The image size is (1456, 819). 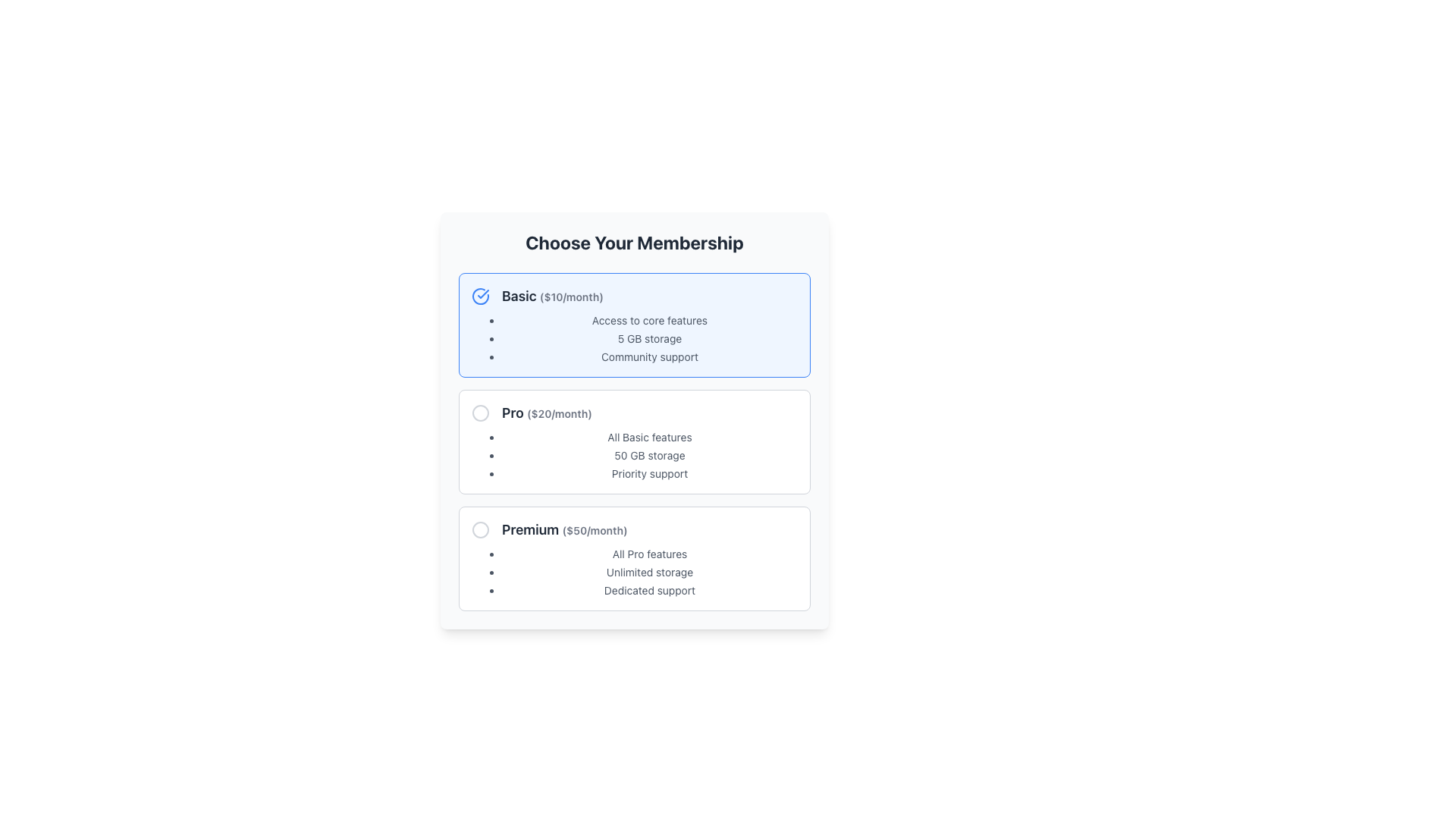 I want to click on the Text List summarizing the benefits of the 'Pro' membership plan, located centrally beneath the title 'Pro ($20/month)', so click(x=634, y=455).